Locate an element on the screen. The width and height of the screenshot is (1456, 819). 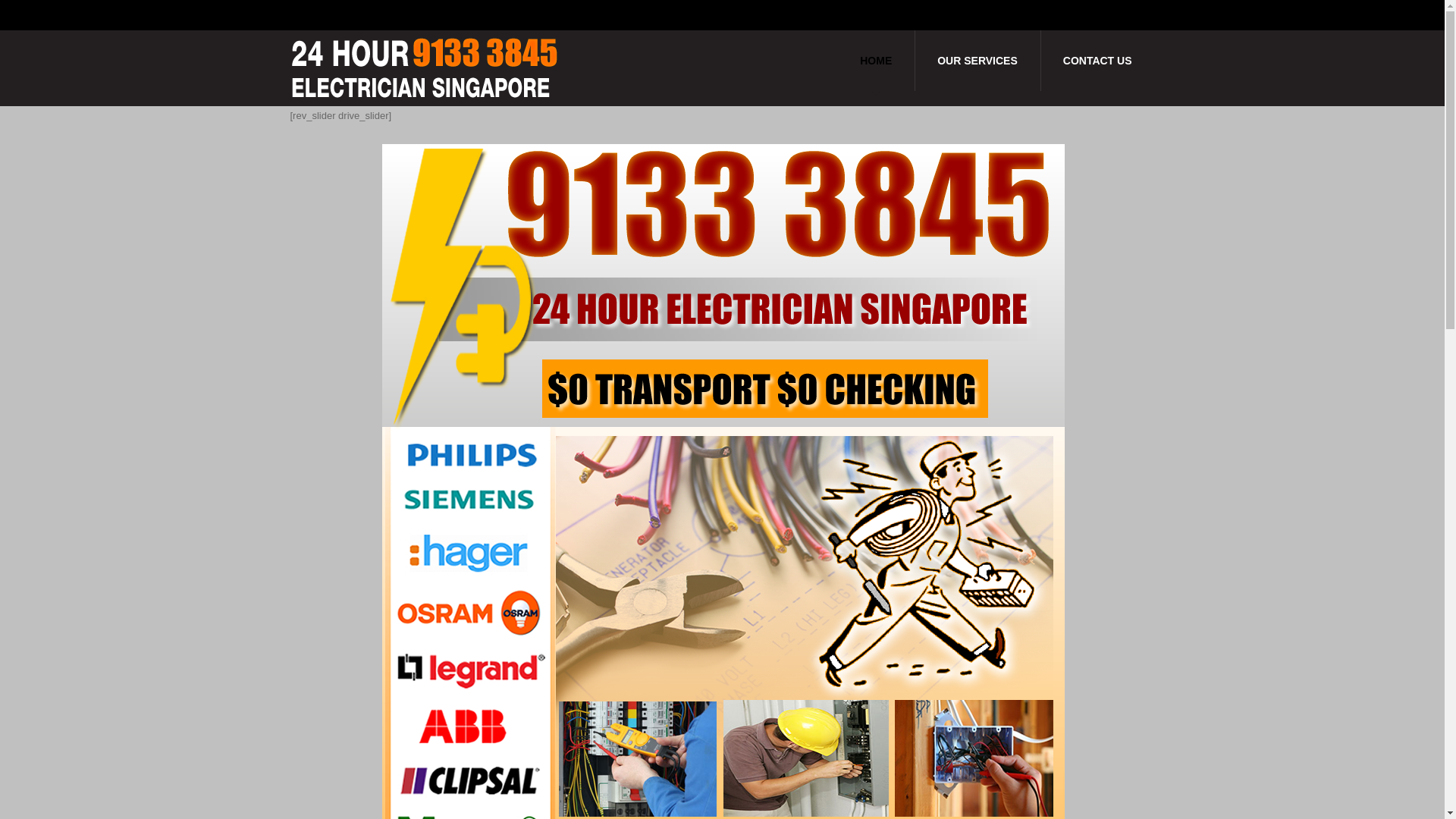
'OUR SERVICES' is located at coordinates (977, 60).